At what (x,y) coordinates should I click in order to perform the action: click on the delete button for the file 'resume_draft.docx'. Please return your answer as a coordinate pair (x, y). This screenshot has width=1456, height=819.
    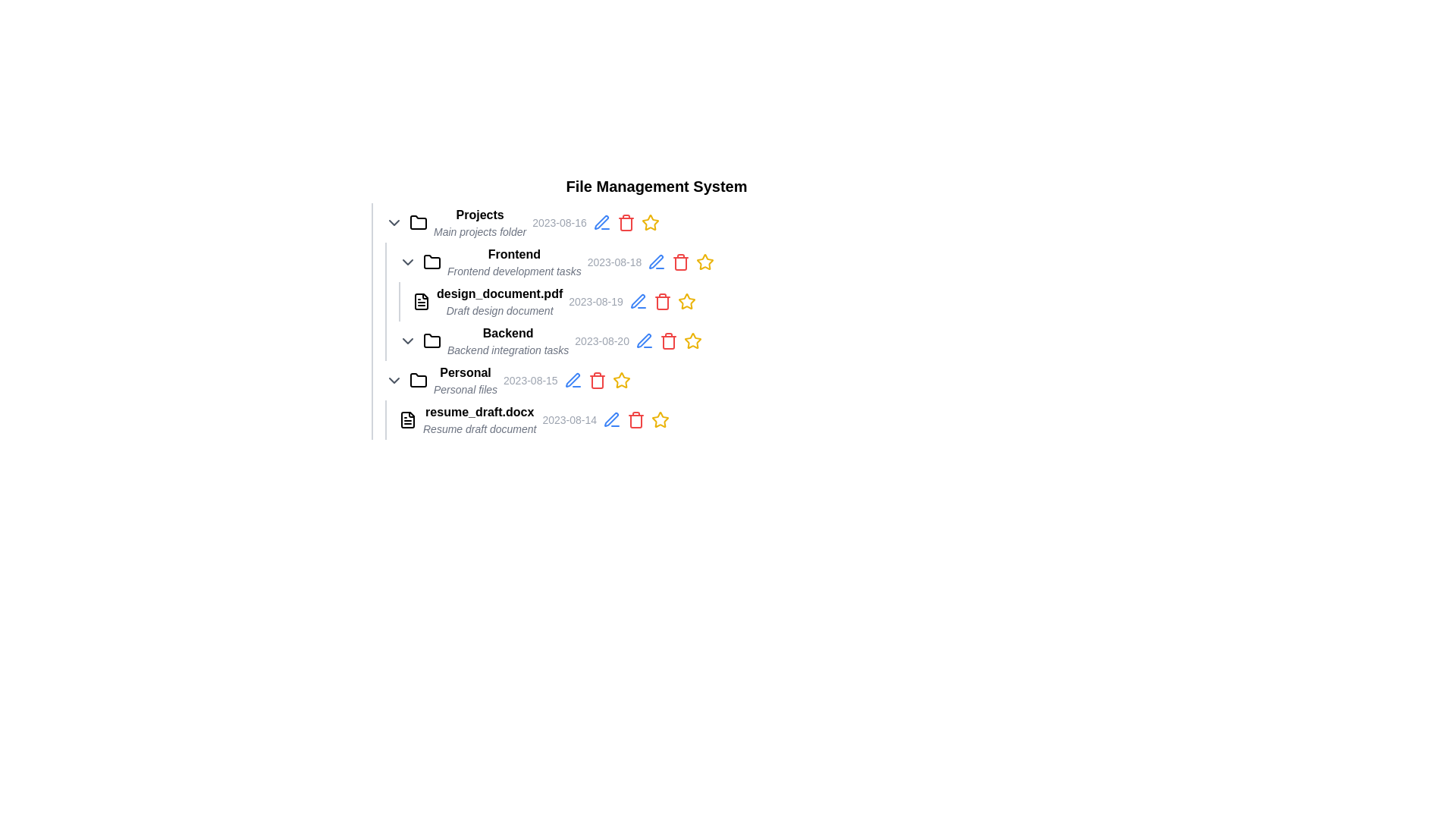
    Looking at the image, I should click on (636, 420).